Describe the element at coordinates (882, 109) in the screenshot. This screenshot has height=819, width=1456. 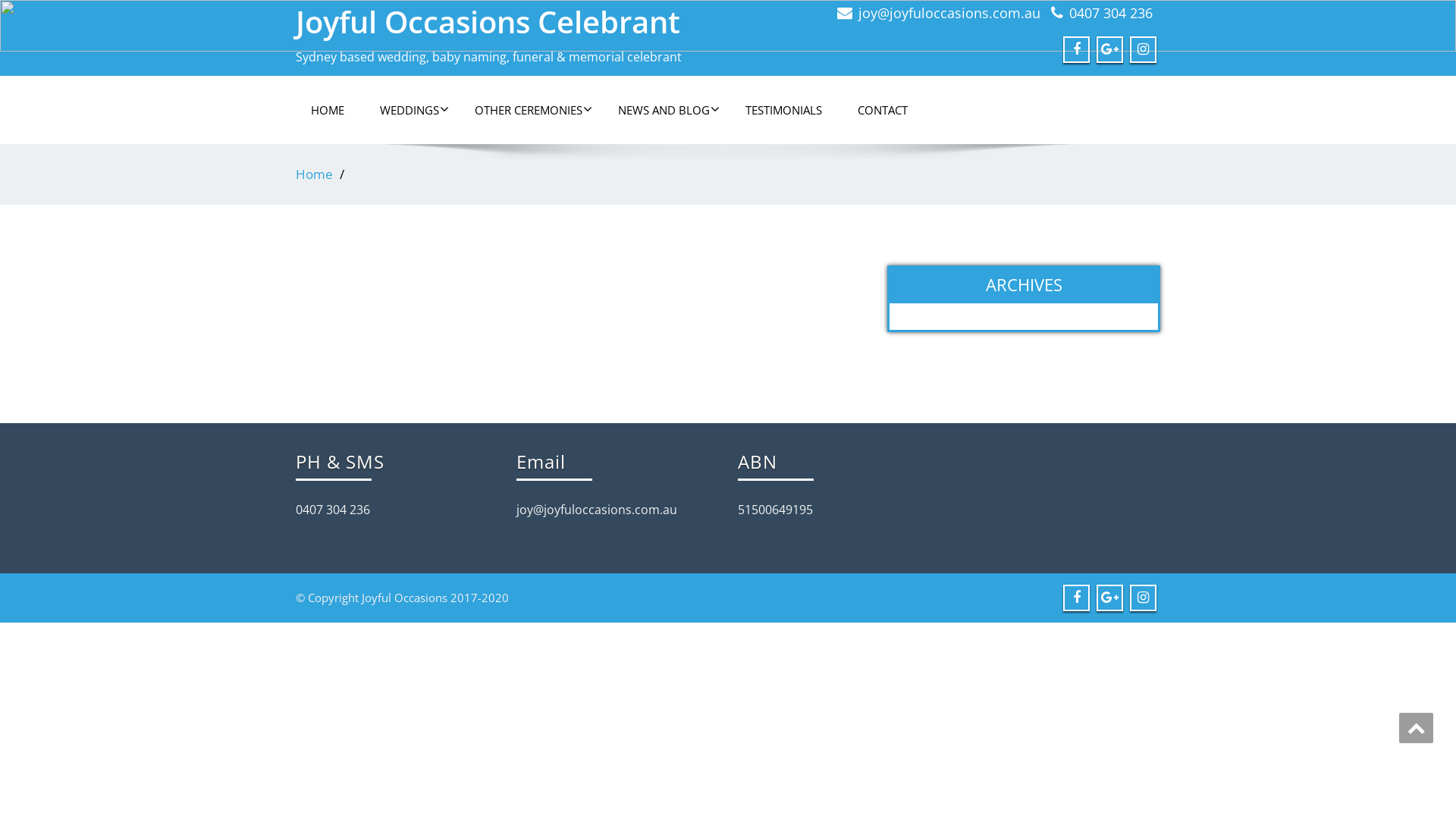
I see `'CONTACT'` at that location.